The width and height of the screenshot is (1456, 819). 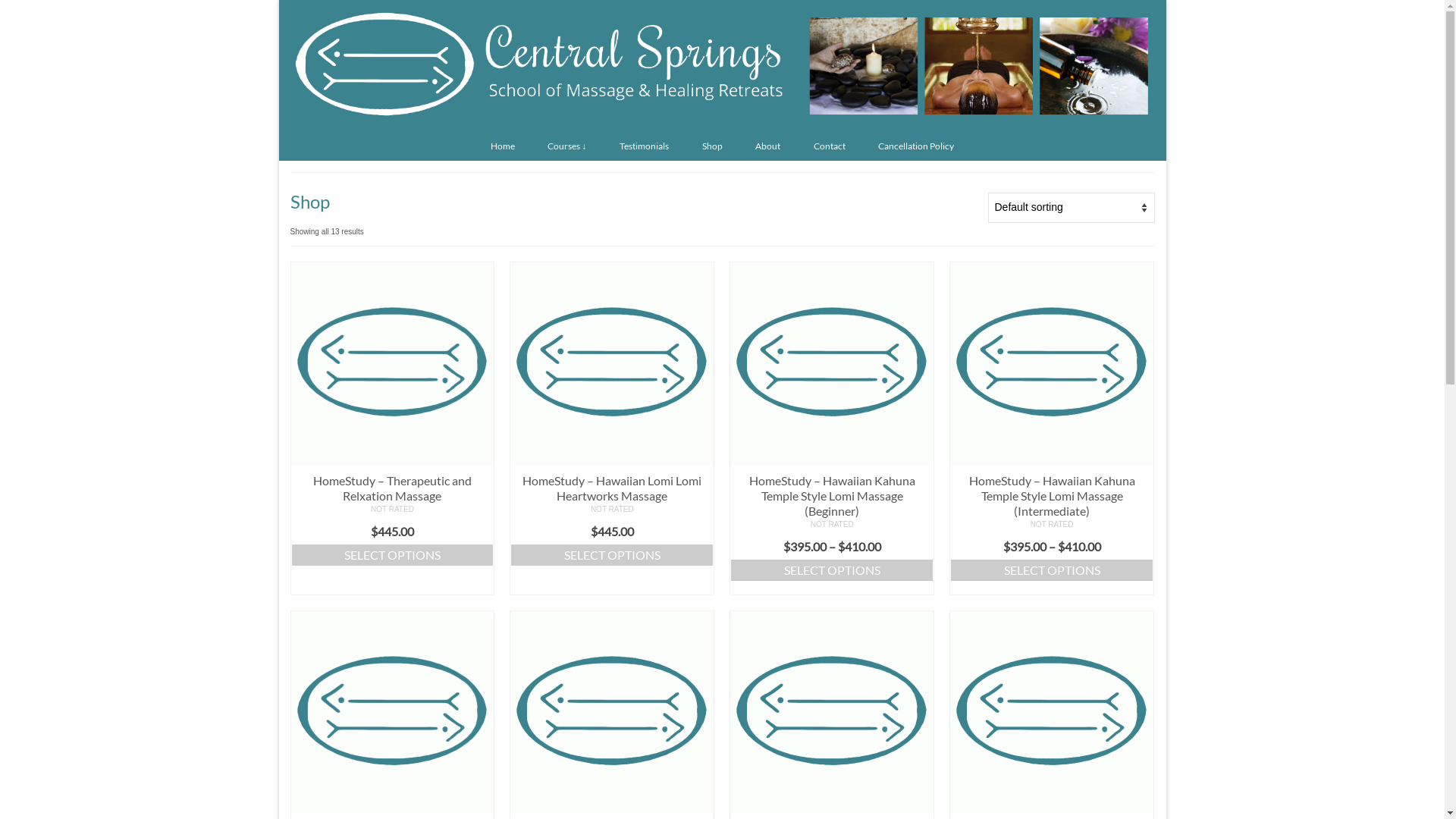 What do you see at coordinates (829, 146) in the screenshot?
I see `'Contact'` at bounding box center [829, 146].